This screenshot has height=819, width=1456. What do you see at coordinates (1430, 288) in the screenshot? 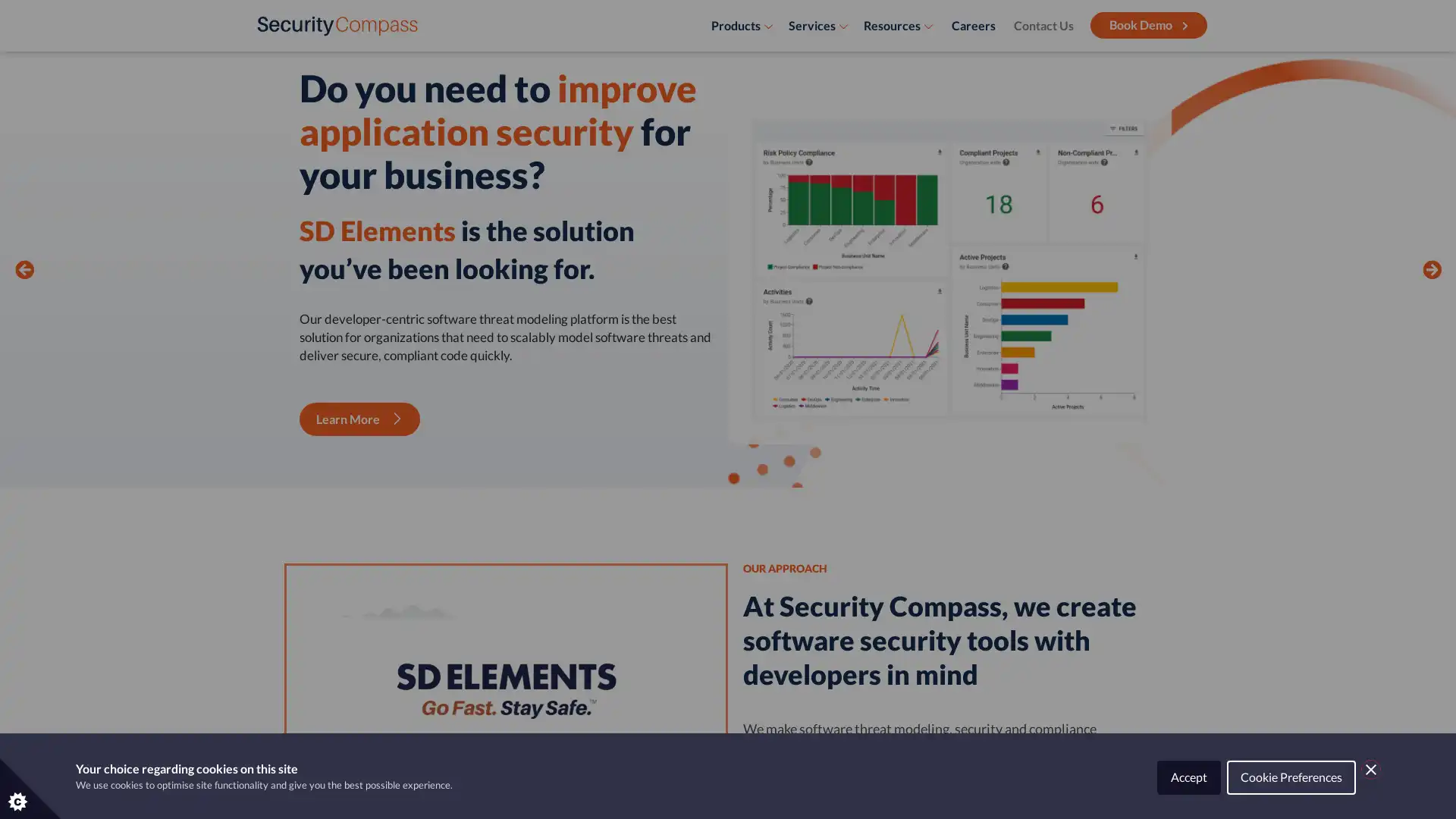
I see `Next` at bounding box center [1430, 288].